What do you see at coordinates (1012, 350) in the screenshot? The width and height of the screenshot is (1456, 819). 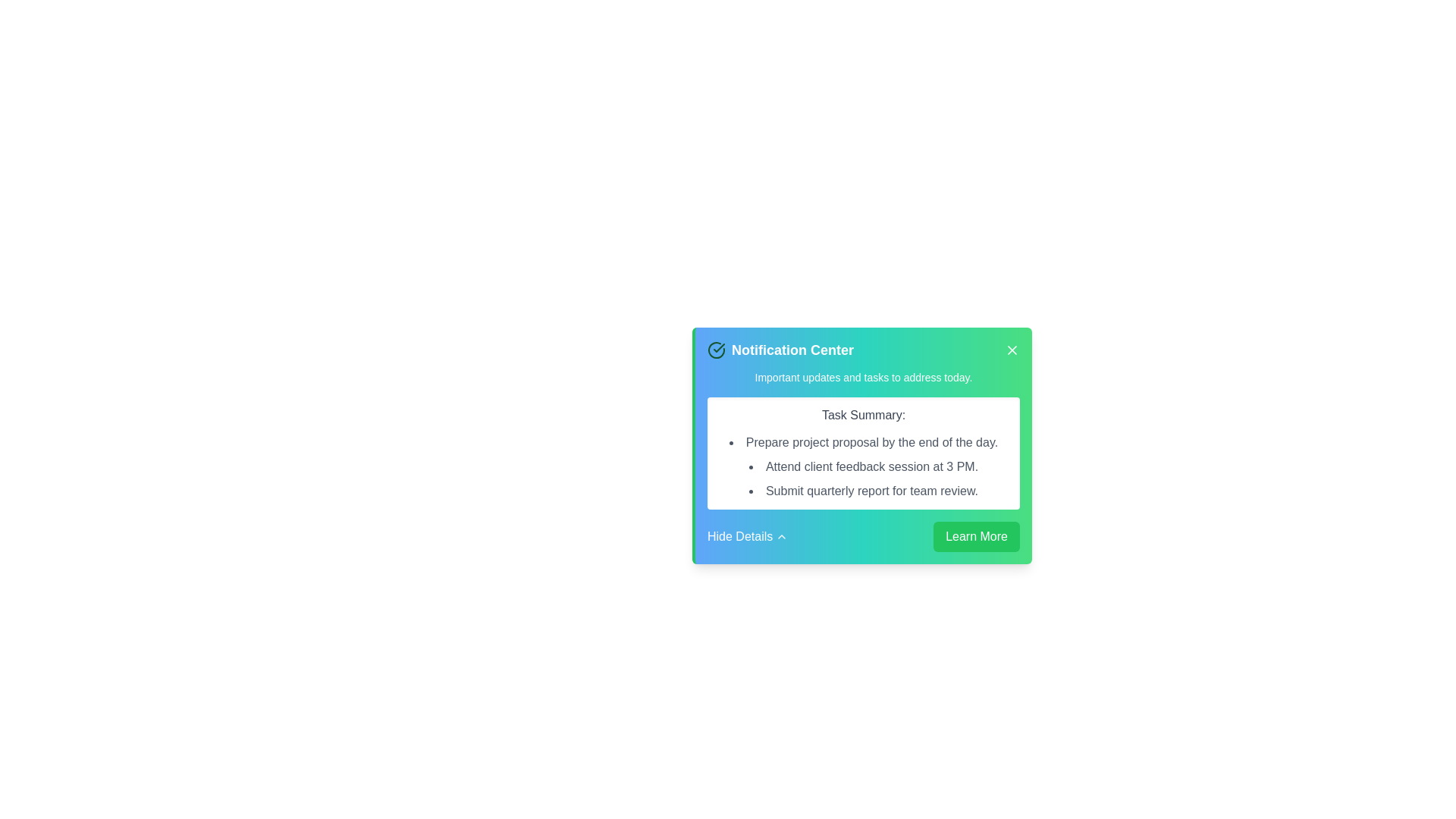 I see `the close button styled as an 'X' located` at bounding box center [1012, 350].